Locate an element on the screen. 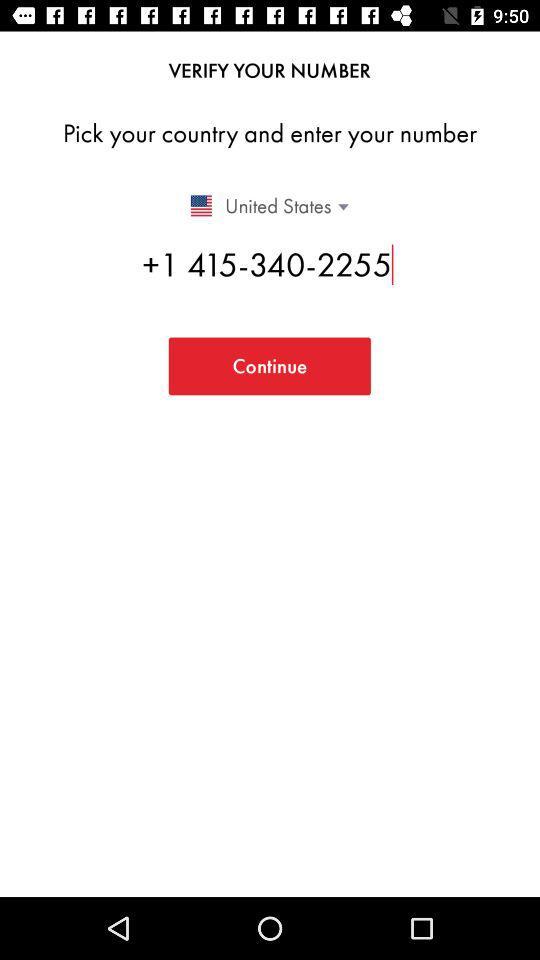  icon below 1 415 340 item is located at coordinates (269, 365).